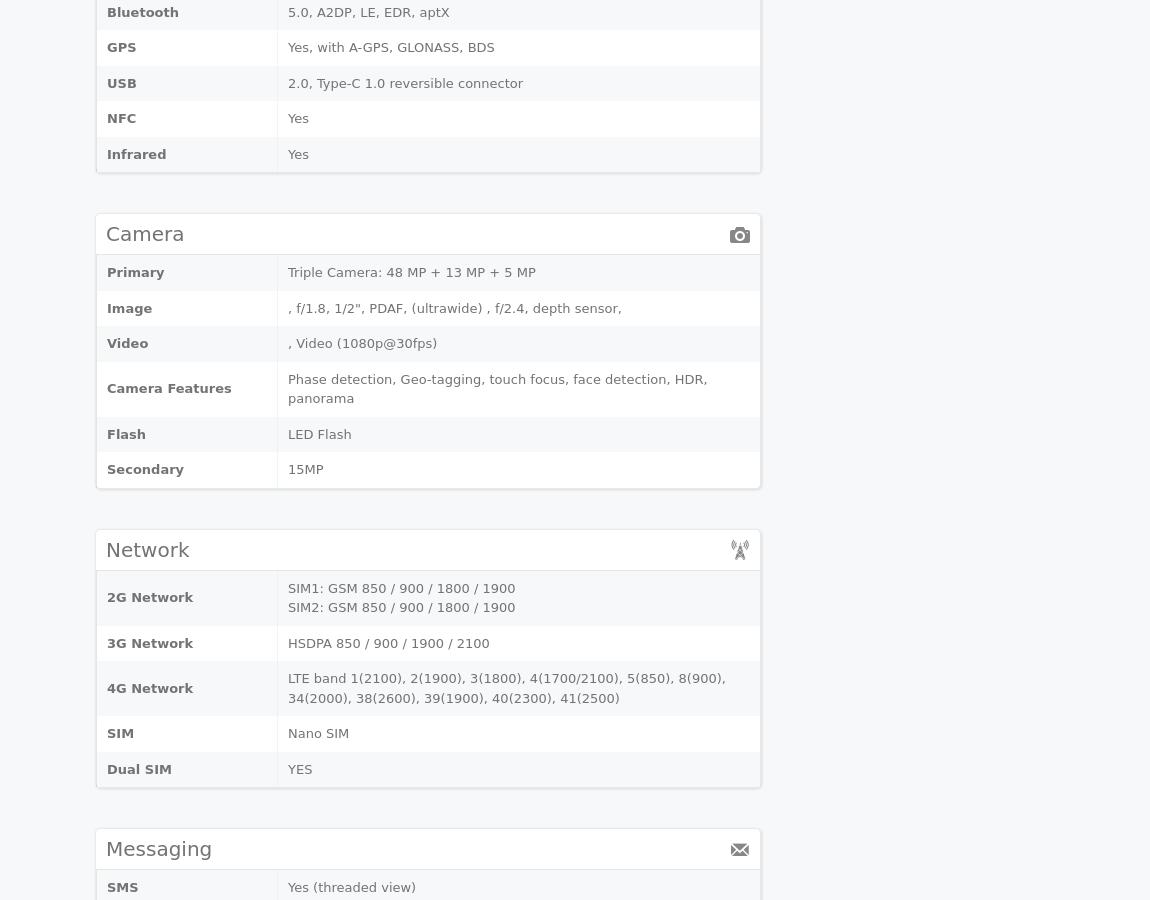 This screenshot has width=1150, height=900. I want to click on ', Video (1080p@30fps)', so click(362, 343).